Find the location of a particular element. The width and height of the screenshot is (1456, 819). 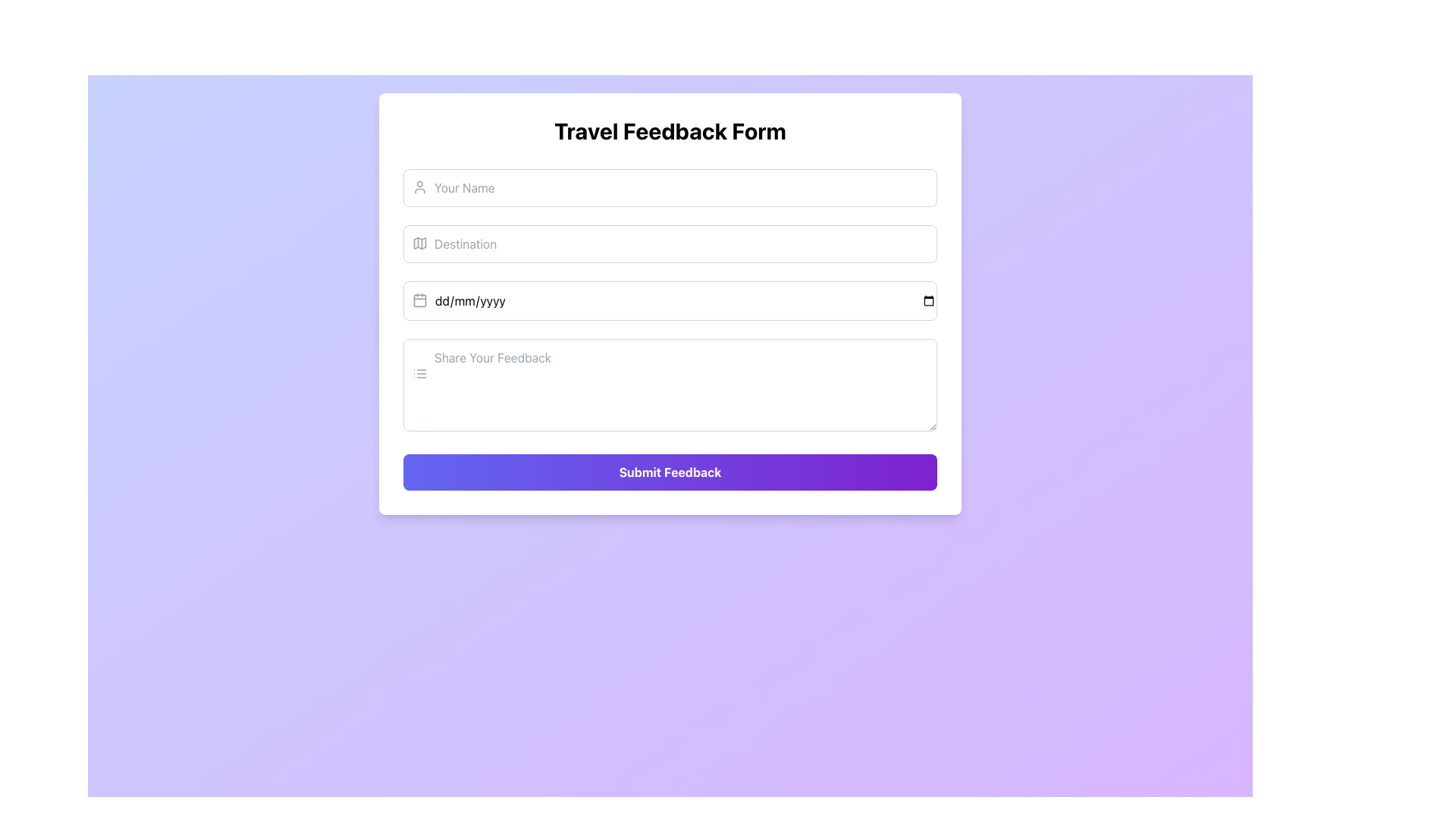

the decorative icon located to the left of the 'Share Your Feedback' input box in the top-left area of the feedback section is located at coordinates (419, 373).